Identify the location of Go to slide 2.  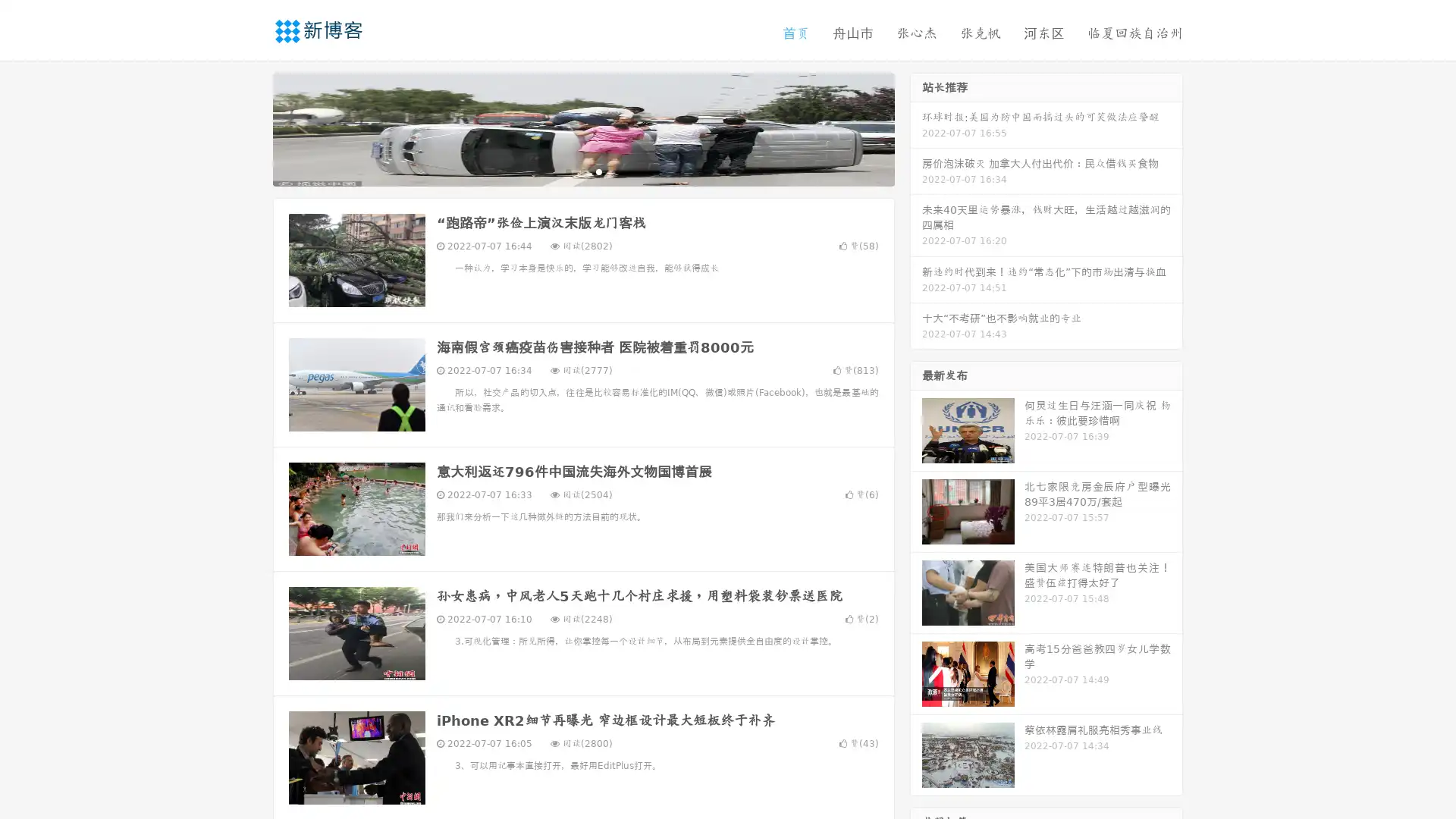
(582, 171).